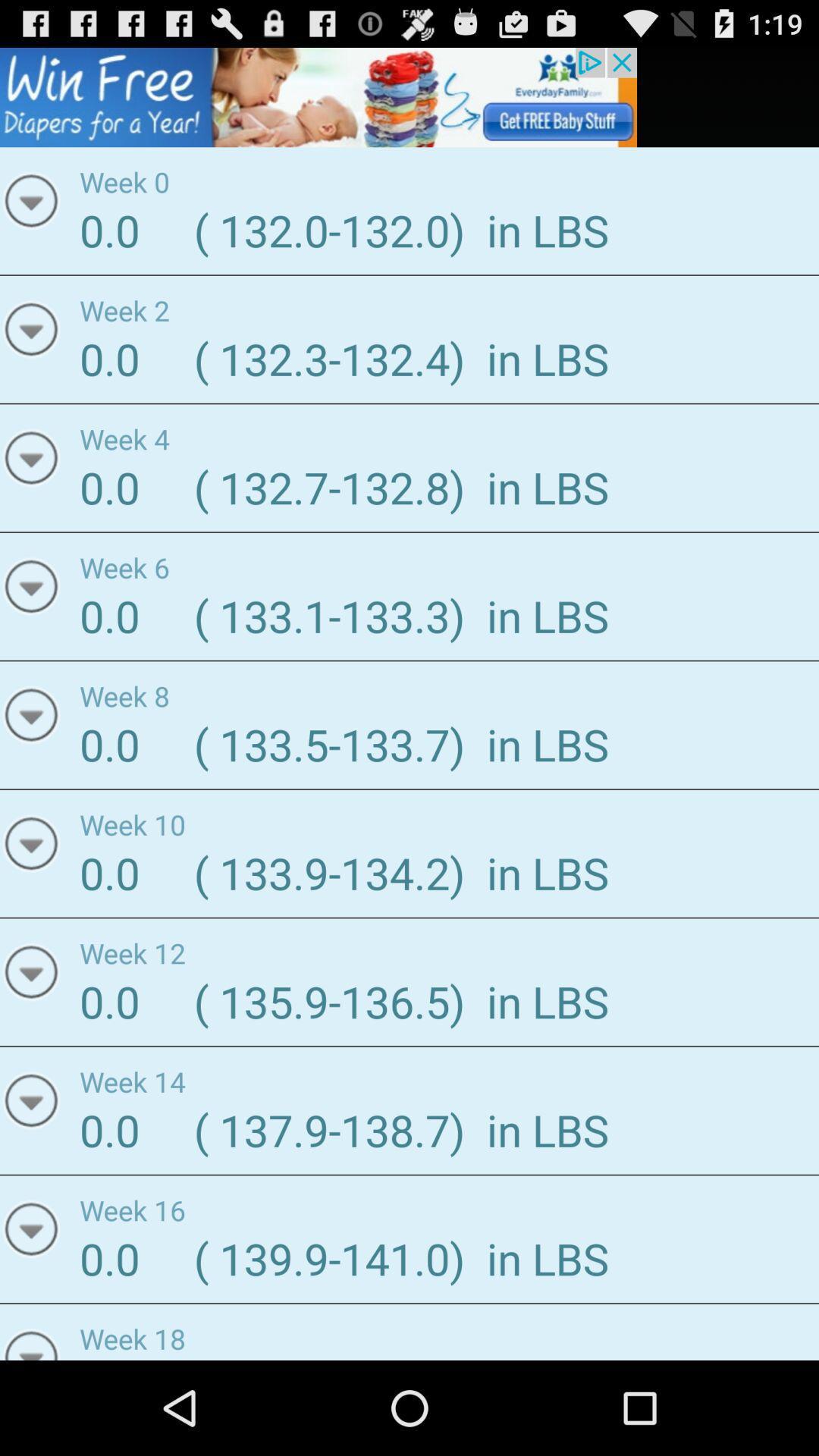  I want to click on show advertisement, so click(318, 96).